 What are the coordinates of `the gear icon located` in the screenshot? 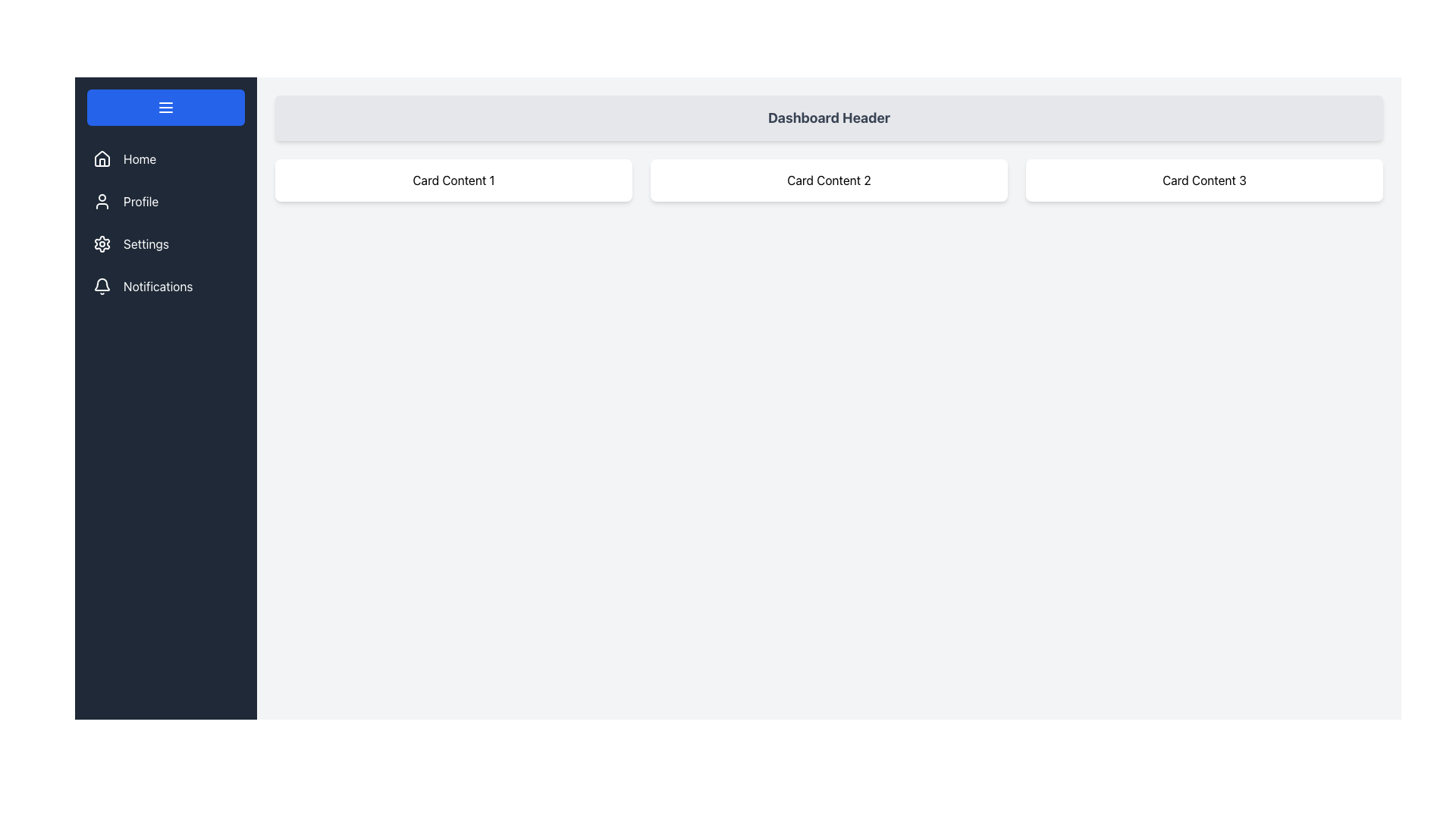 It's located at (101, 243).